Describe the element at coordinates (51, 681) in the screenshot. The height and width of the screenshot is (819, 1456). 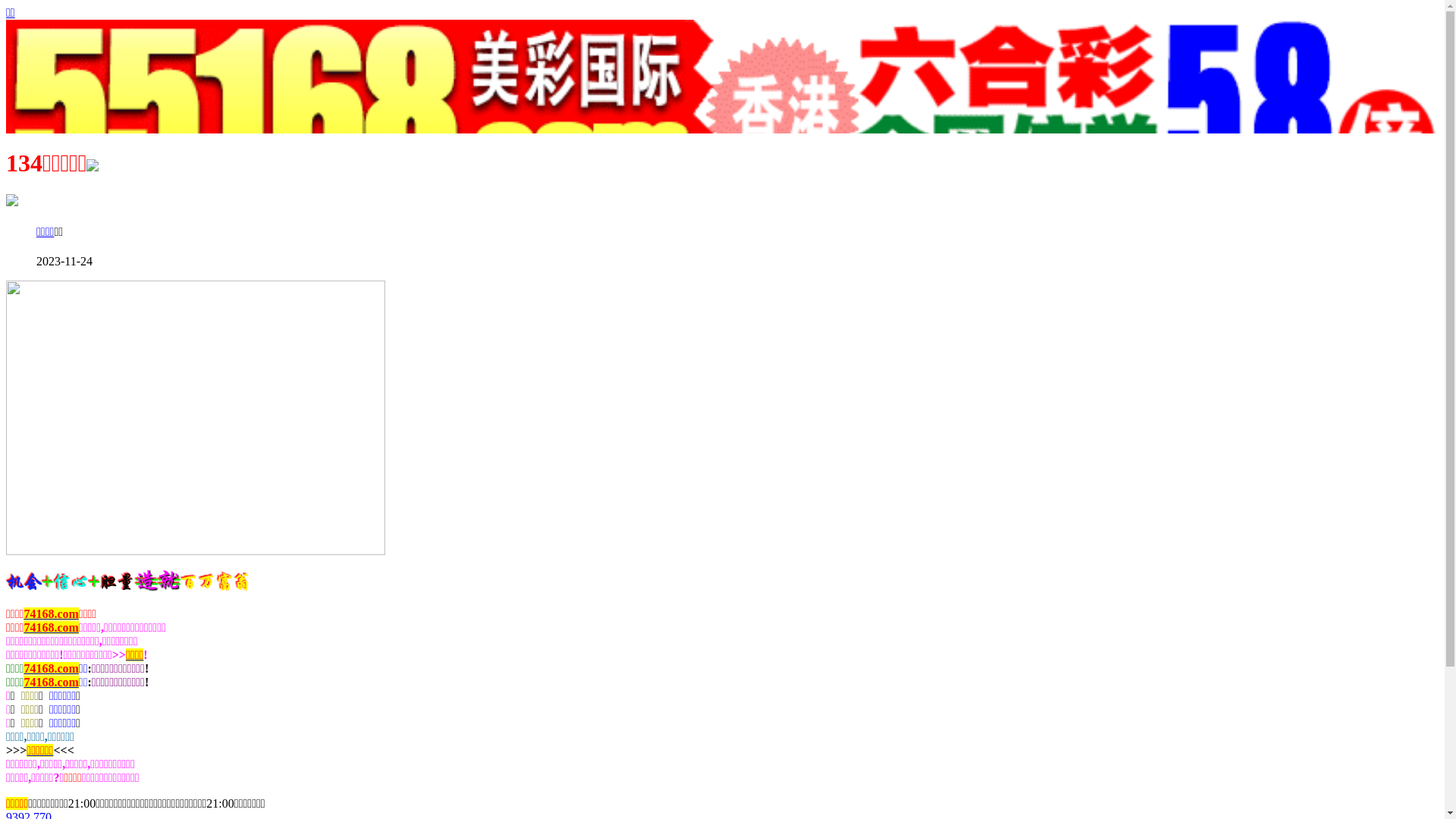
I see `'74168.com'` at that location.